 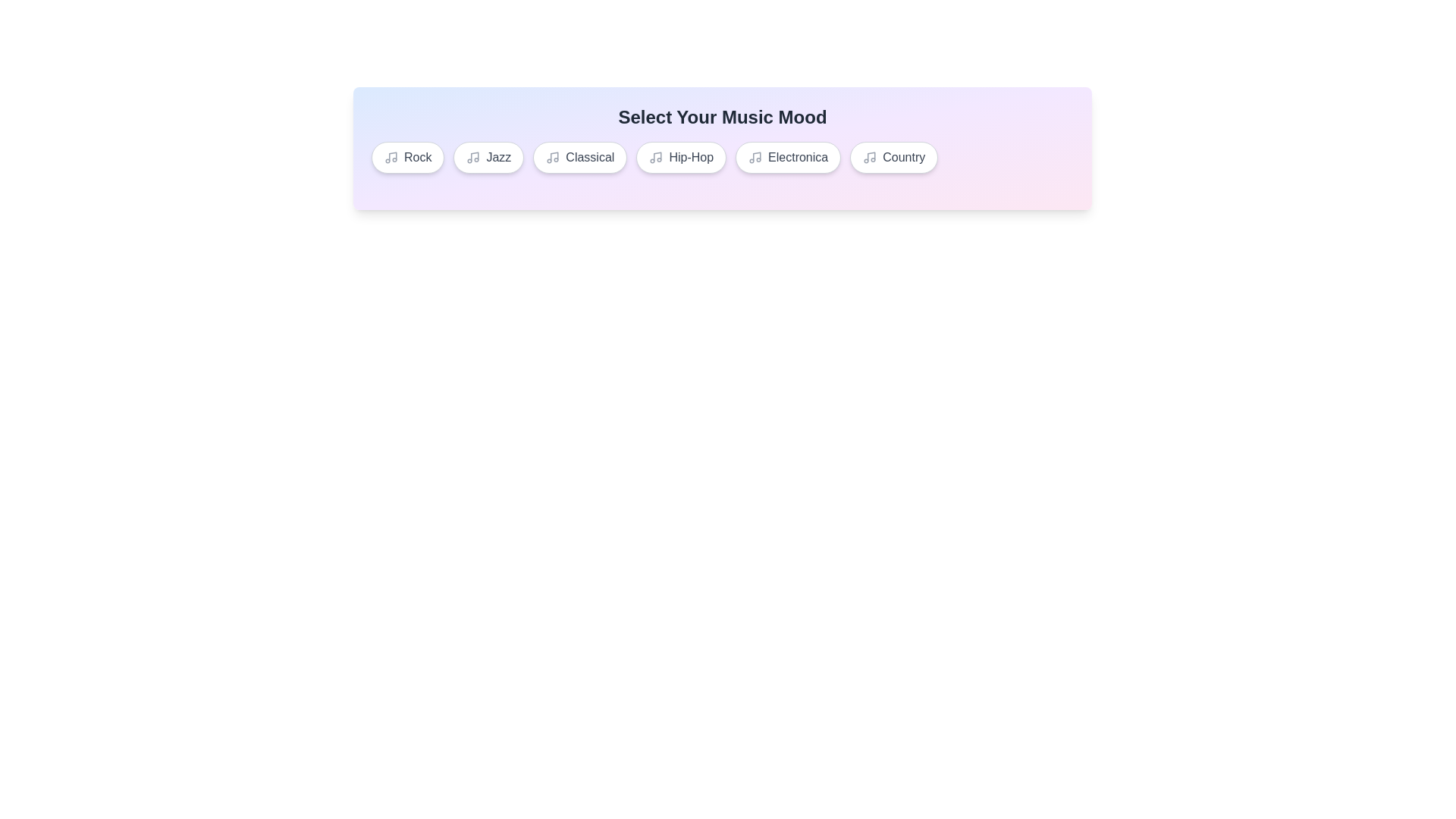 What do you see at coordinates (488, 158) in the screenshot?
I see `the music tag Jazz from the list` at bounding box center [488, 158].